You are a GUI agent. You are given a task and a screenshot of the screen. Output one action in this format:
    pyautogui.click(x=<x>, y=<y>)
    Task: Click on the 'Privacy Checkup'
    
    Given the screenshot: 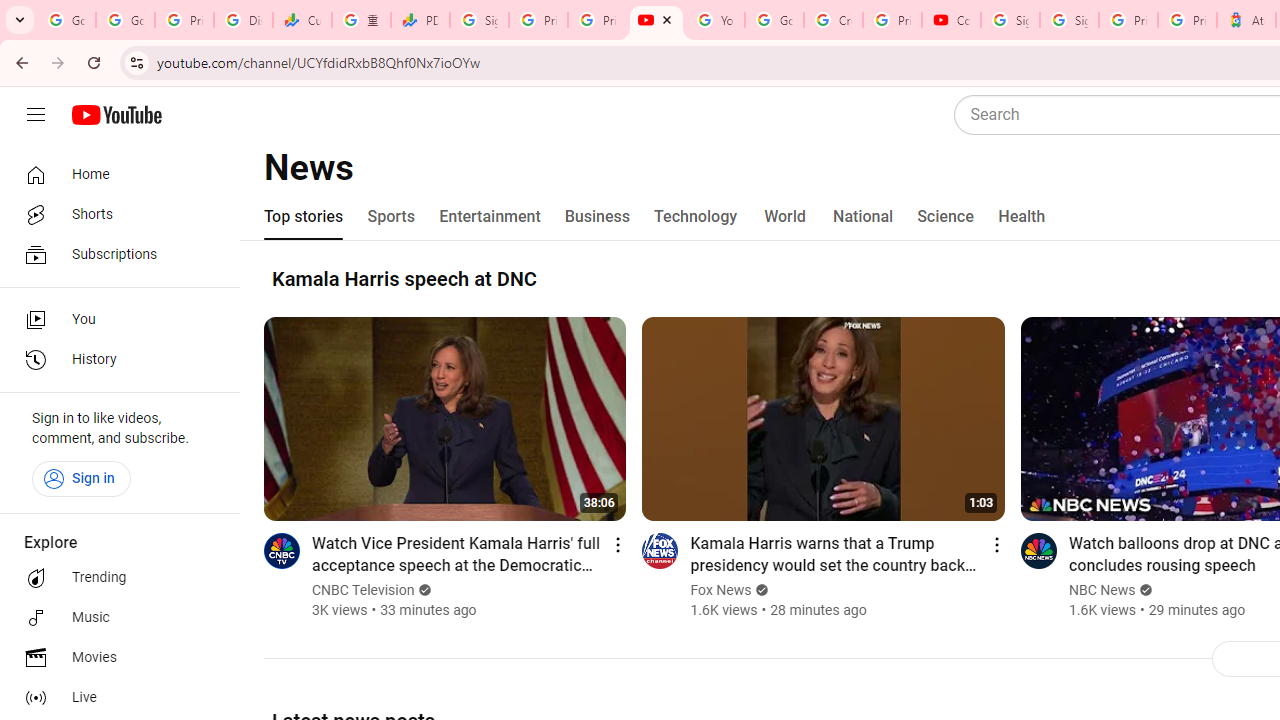 What is the action you would take?
    pyautogui.click(x=596, y=20)
    